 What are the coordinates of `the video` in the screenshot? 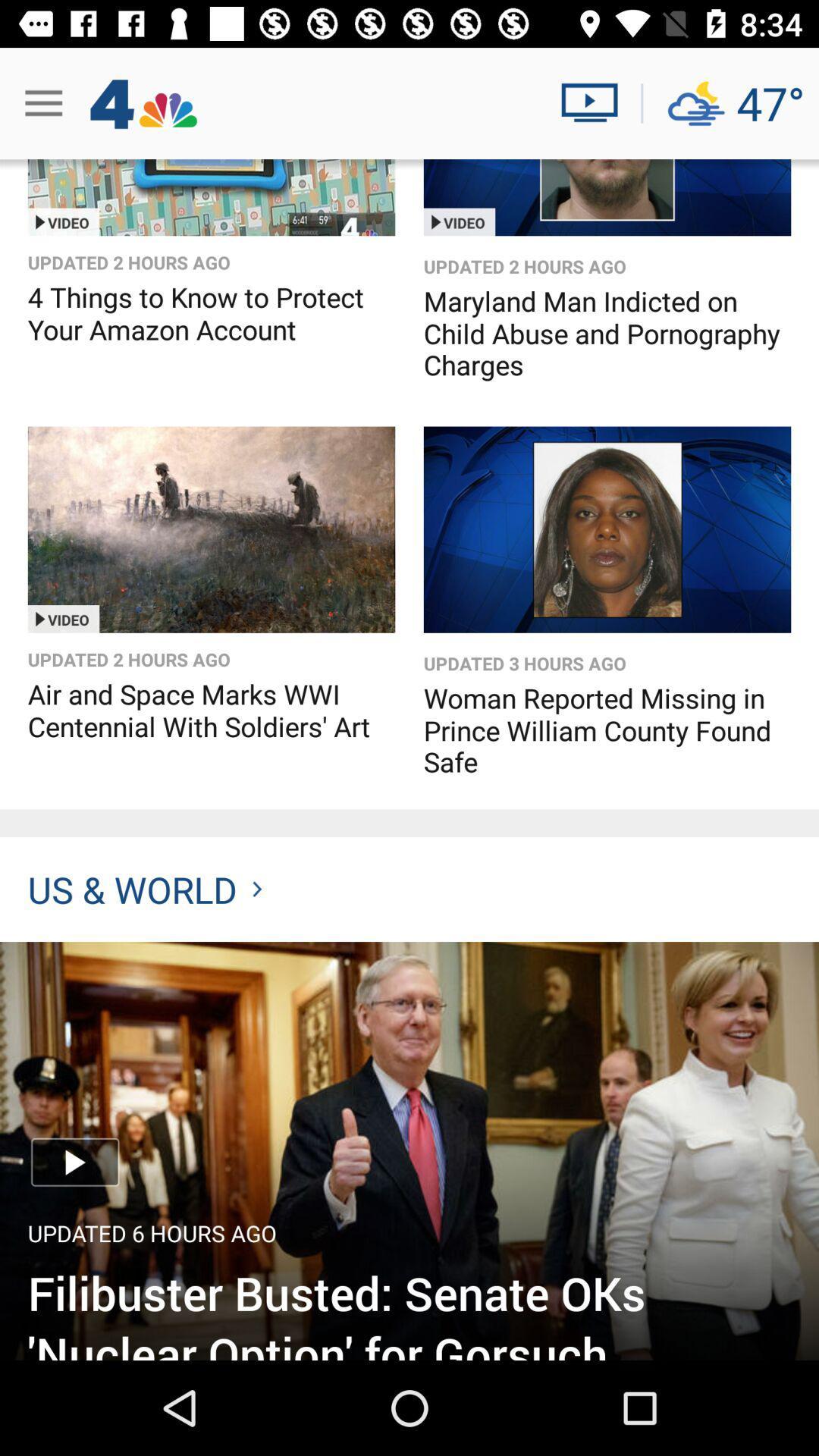 It's located at (211, 529).